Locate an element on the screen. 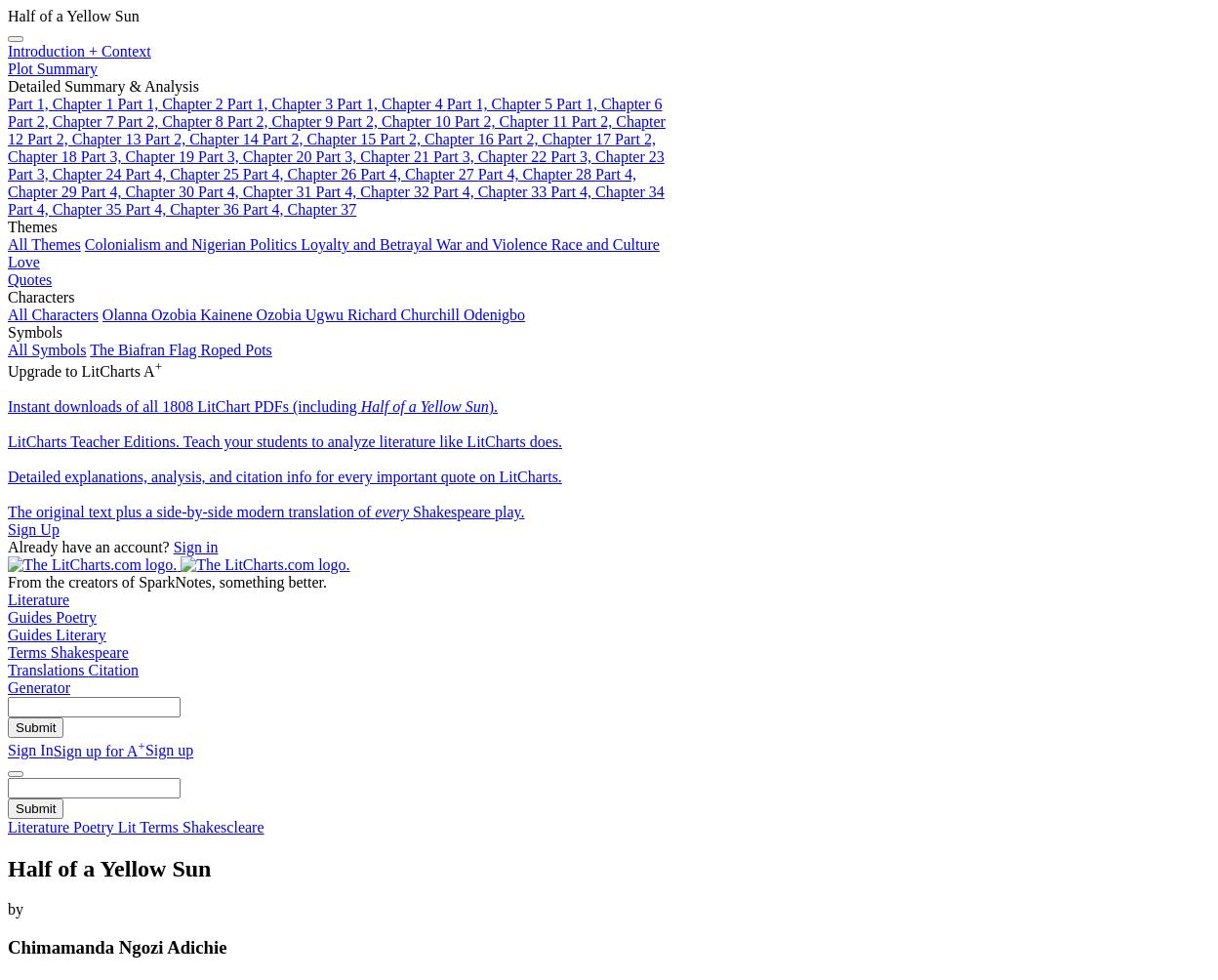  'Part 4, Chapter 37' is located at coordinates (241, 208).